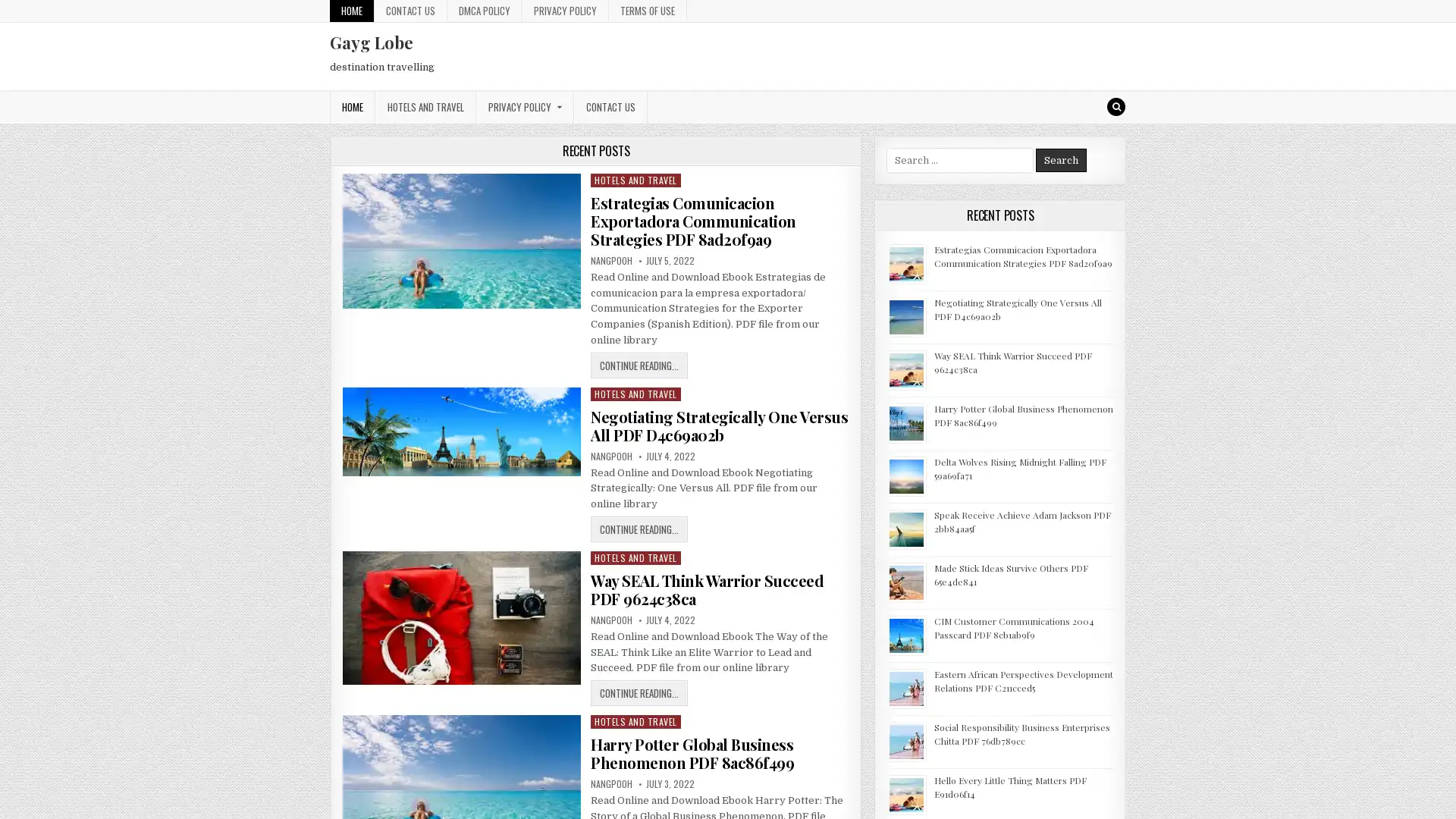  What do you see at coordinates (1060, 160) in the screenshot?
I see `Search` at bounding box center [1060, 160].